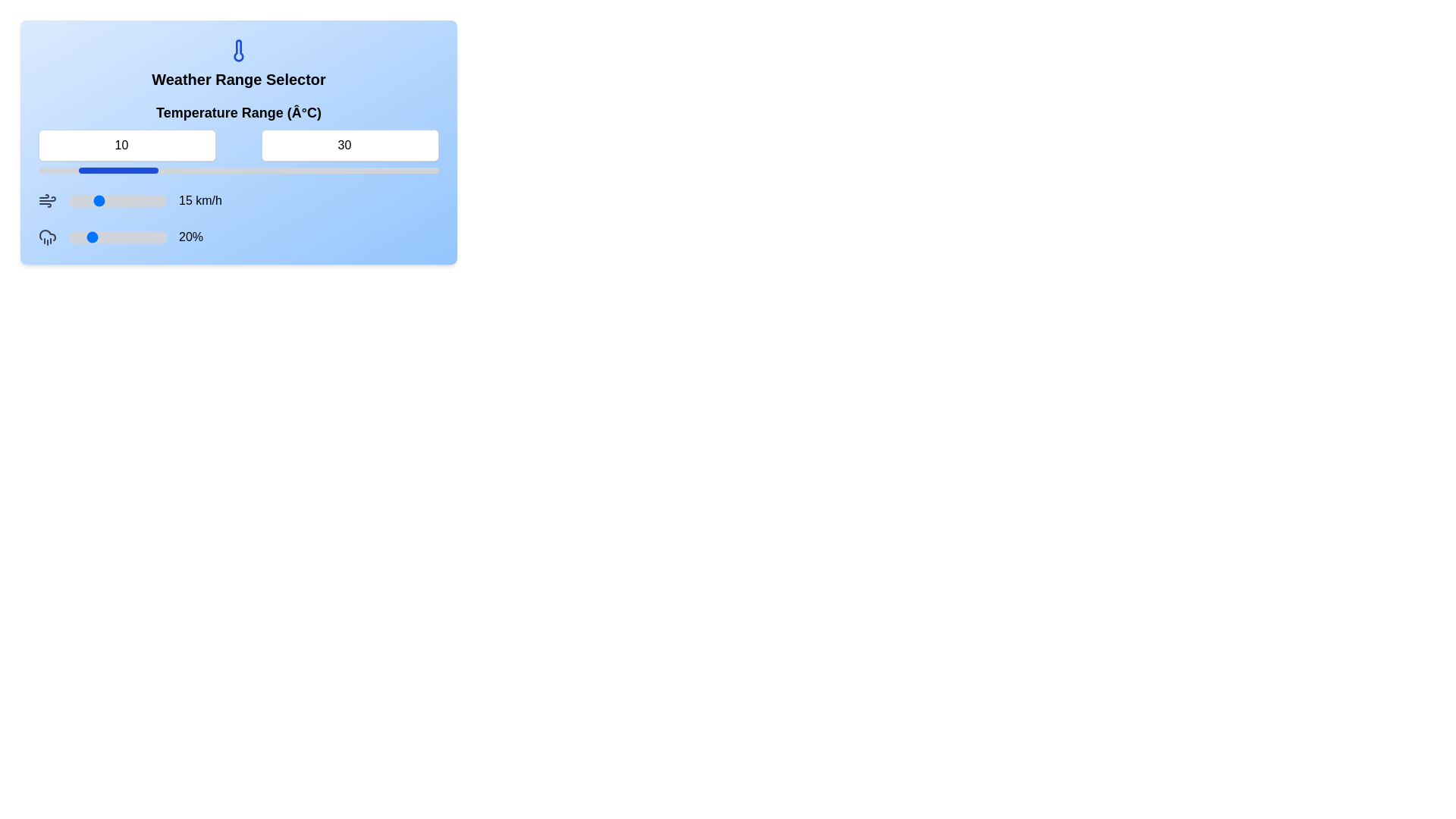 The width and height of the screenshot is (1456, 819). What do you see at coordinates (238, 112) in the screenshot?
I see `the text label displaying 'Temperature Range (Â°C)', which is styled in bold with a larger font size and is positioned against a light blue background` at bounding box center [238, 112].